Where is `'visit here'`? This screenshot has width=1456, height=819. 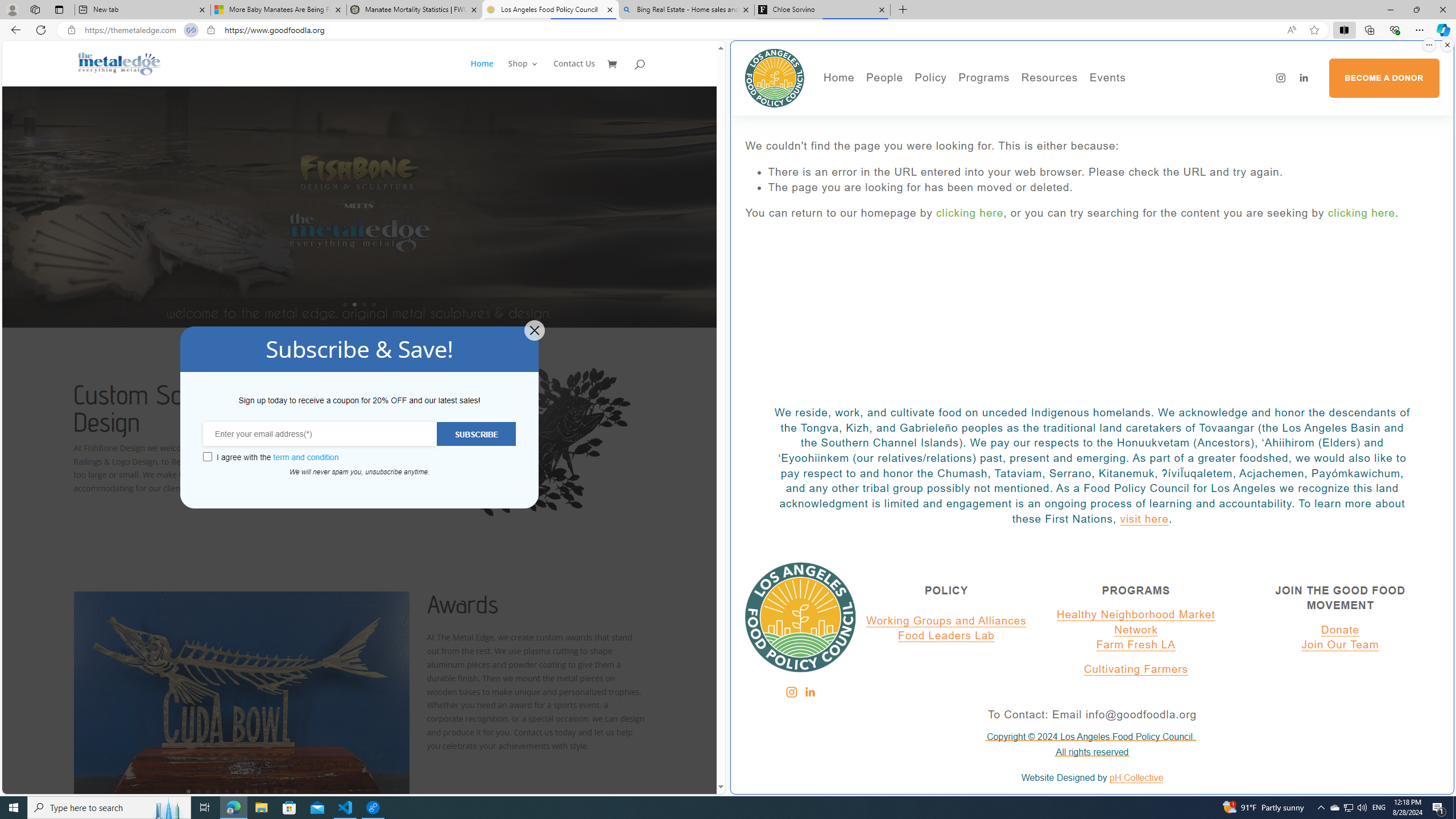
'visit here' is located at coordinates (1144, 518).